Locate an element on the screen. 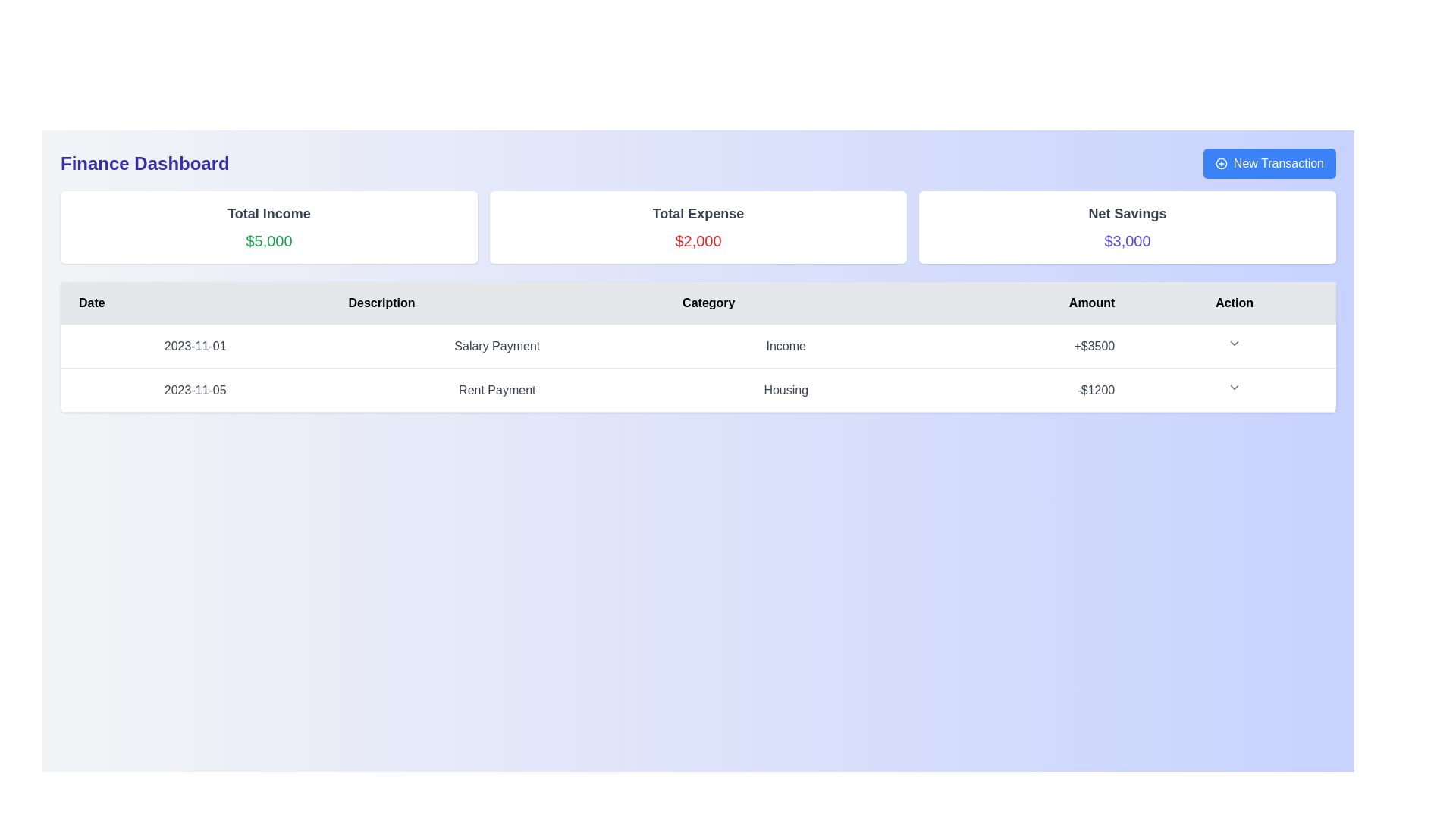 The width and height of the screenshot is (1456, 819). the second row in the financial dashboard table is located at coordinates (698, 388).